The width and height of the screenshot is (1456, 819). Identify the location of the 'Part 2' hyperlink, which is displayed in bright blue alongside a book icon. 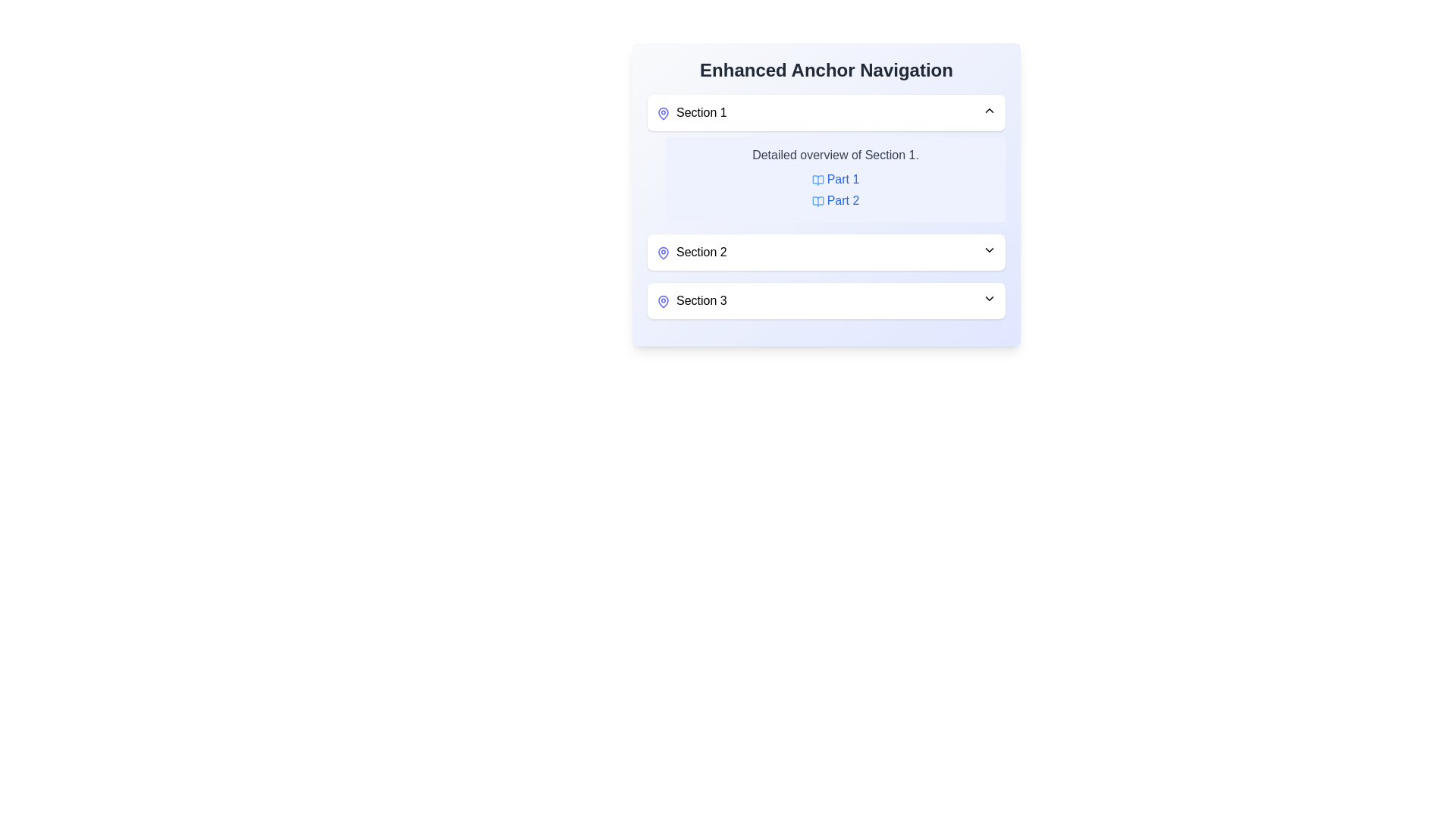
(835, 200).